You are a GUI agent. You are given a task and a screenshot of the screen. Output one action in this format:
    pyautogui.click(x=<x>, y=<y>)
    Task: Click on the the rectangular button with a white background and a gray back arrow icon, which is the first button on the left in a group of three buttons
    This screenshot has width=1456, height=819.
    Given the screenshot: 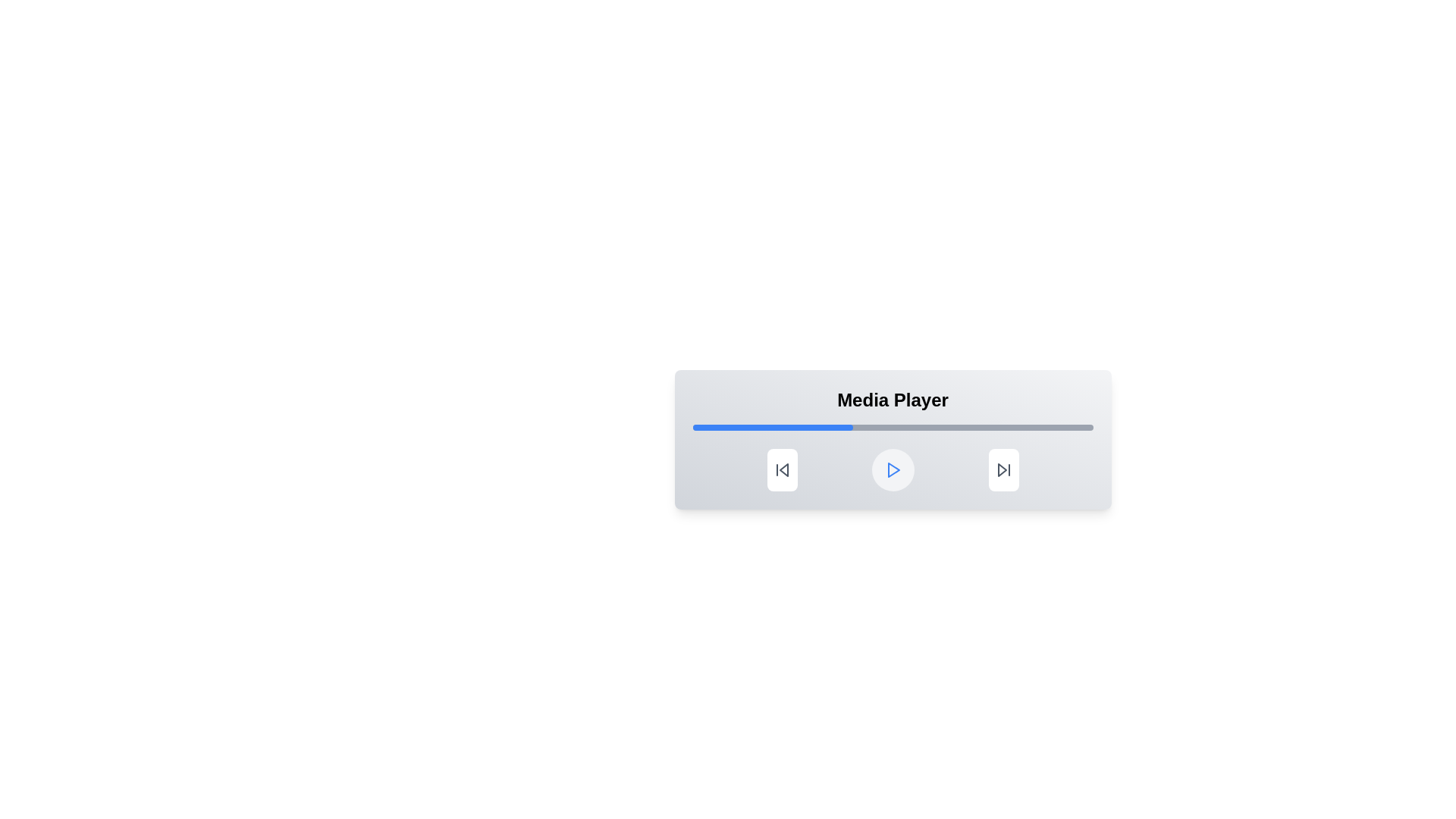 What is the action you would take?
    pyautogui.click(x=782, y=469)
    